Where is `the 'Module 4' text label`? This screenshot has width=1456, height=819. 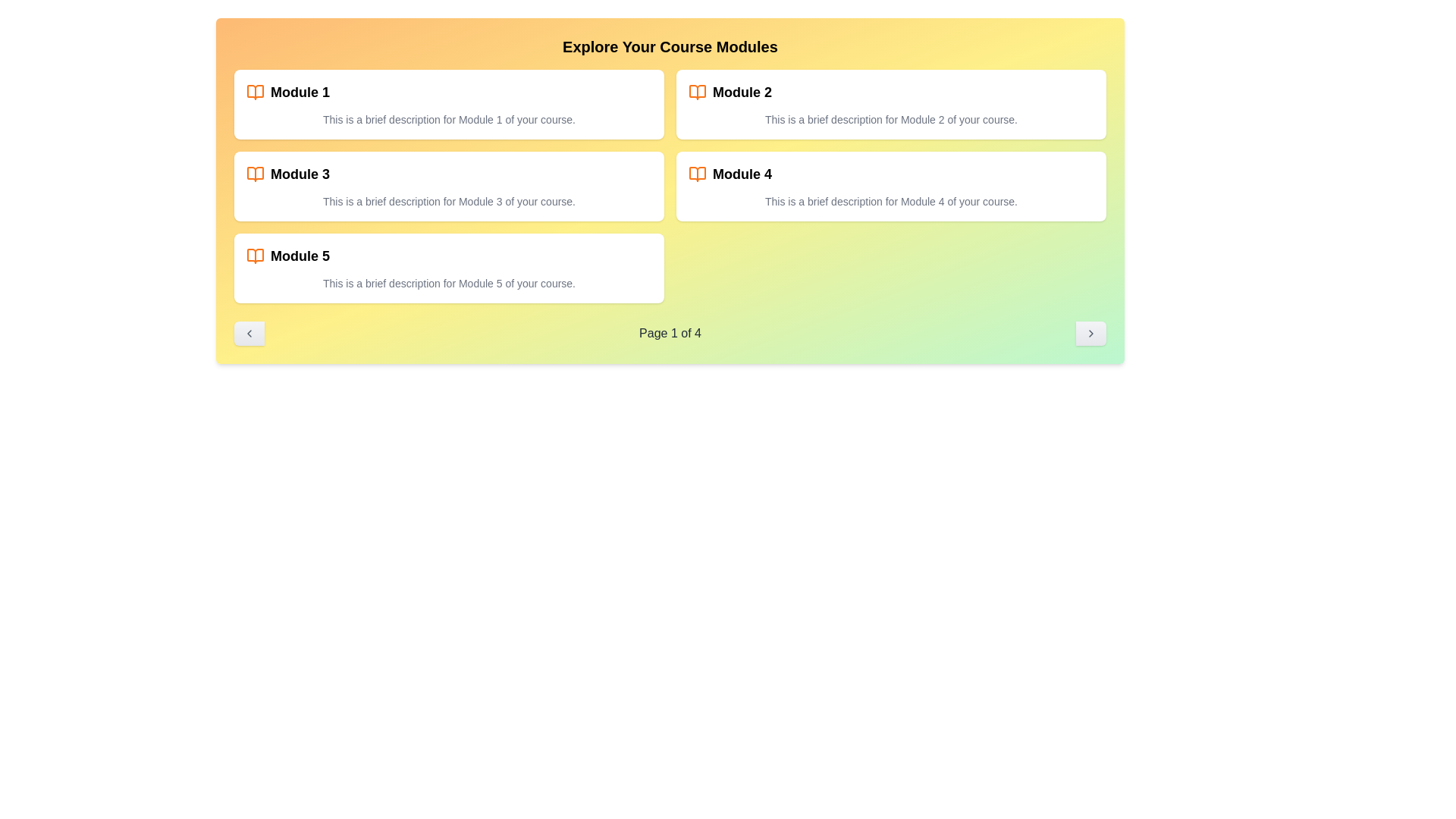 the 'Module 4' text label is located at coordinates (742, 174).